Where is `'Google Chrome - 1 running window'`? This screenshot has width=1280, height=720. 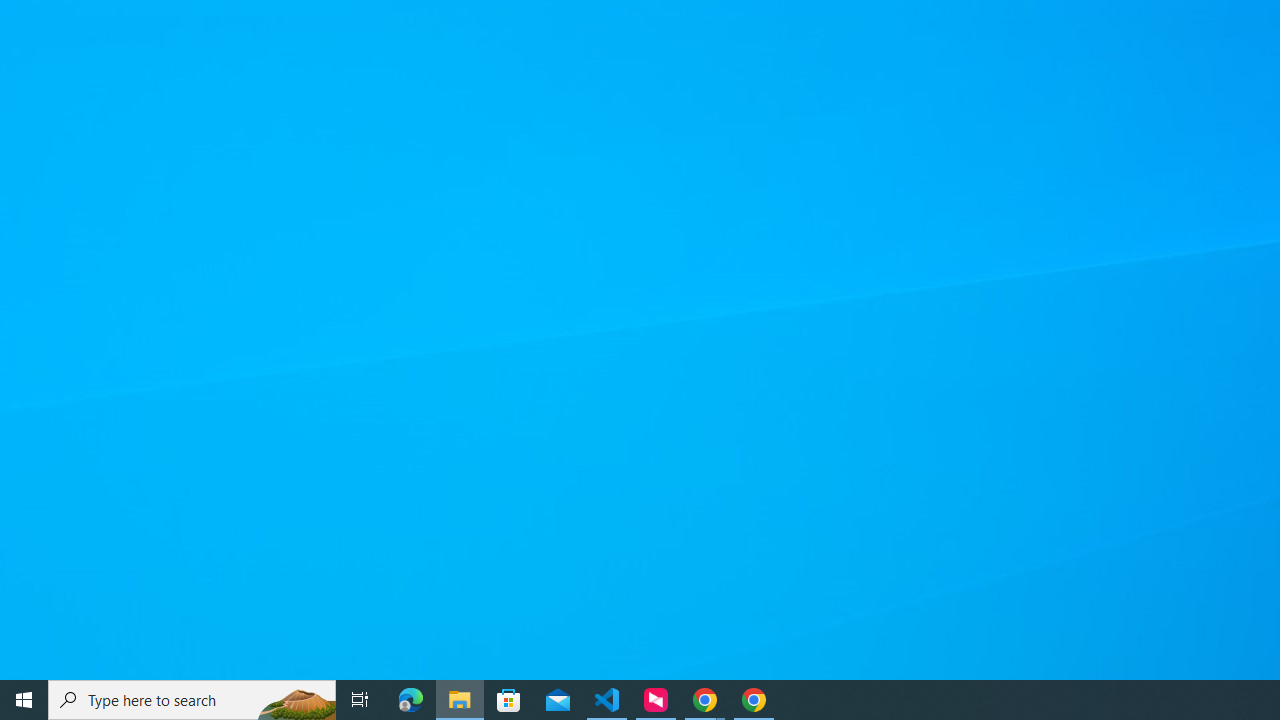
'Google Chrome - 1 running window' is located at coordinates (753, 698).